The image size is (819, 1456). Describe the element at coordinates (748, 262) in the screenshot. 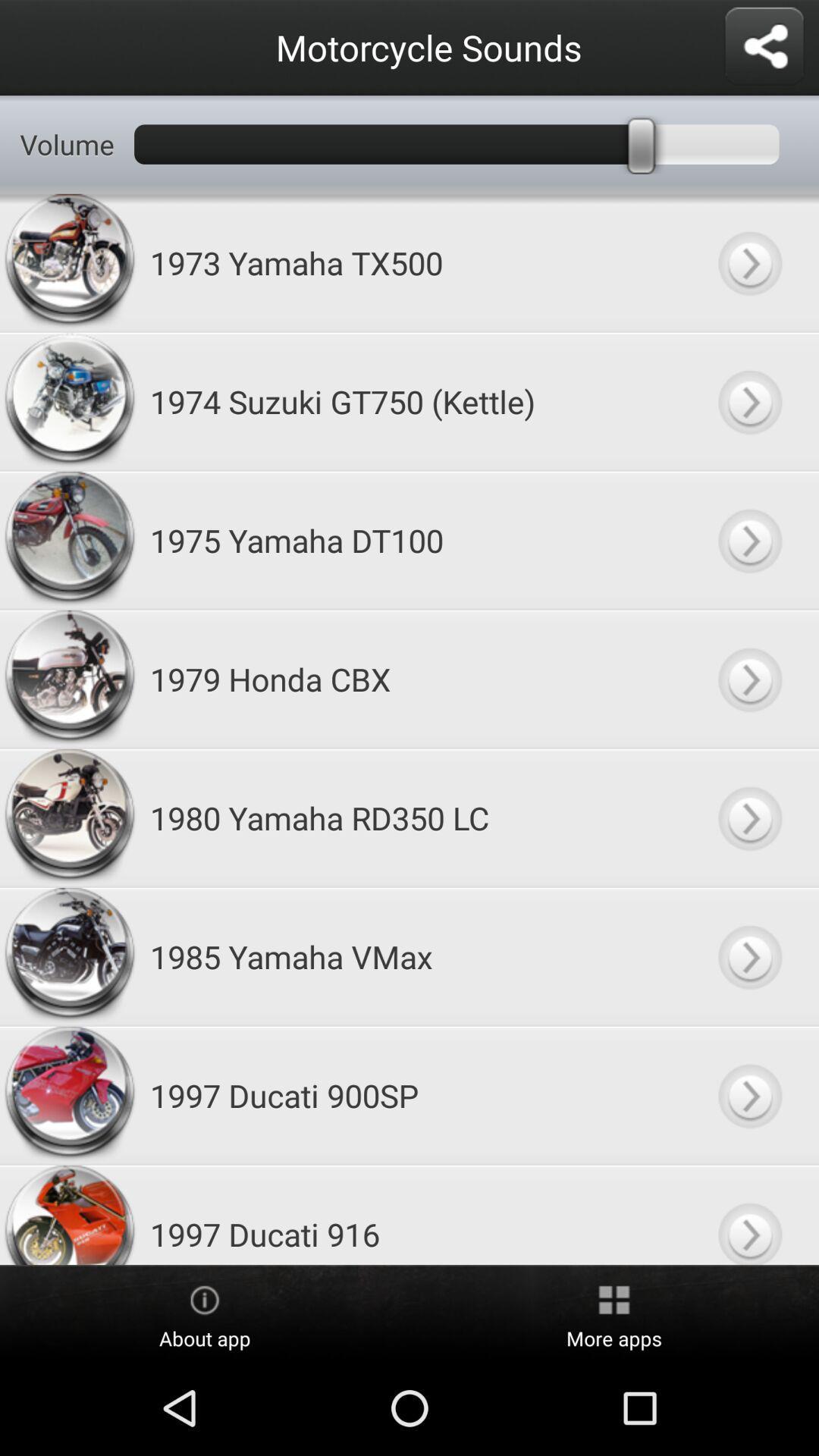

I see `listen to this motorcycle` at that location.